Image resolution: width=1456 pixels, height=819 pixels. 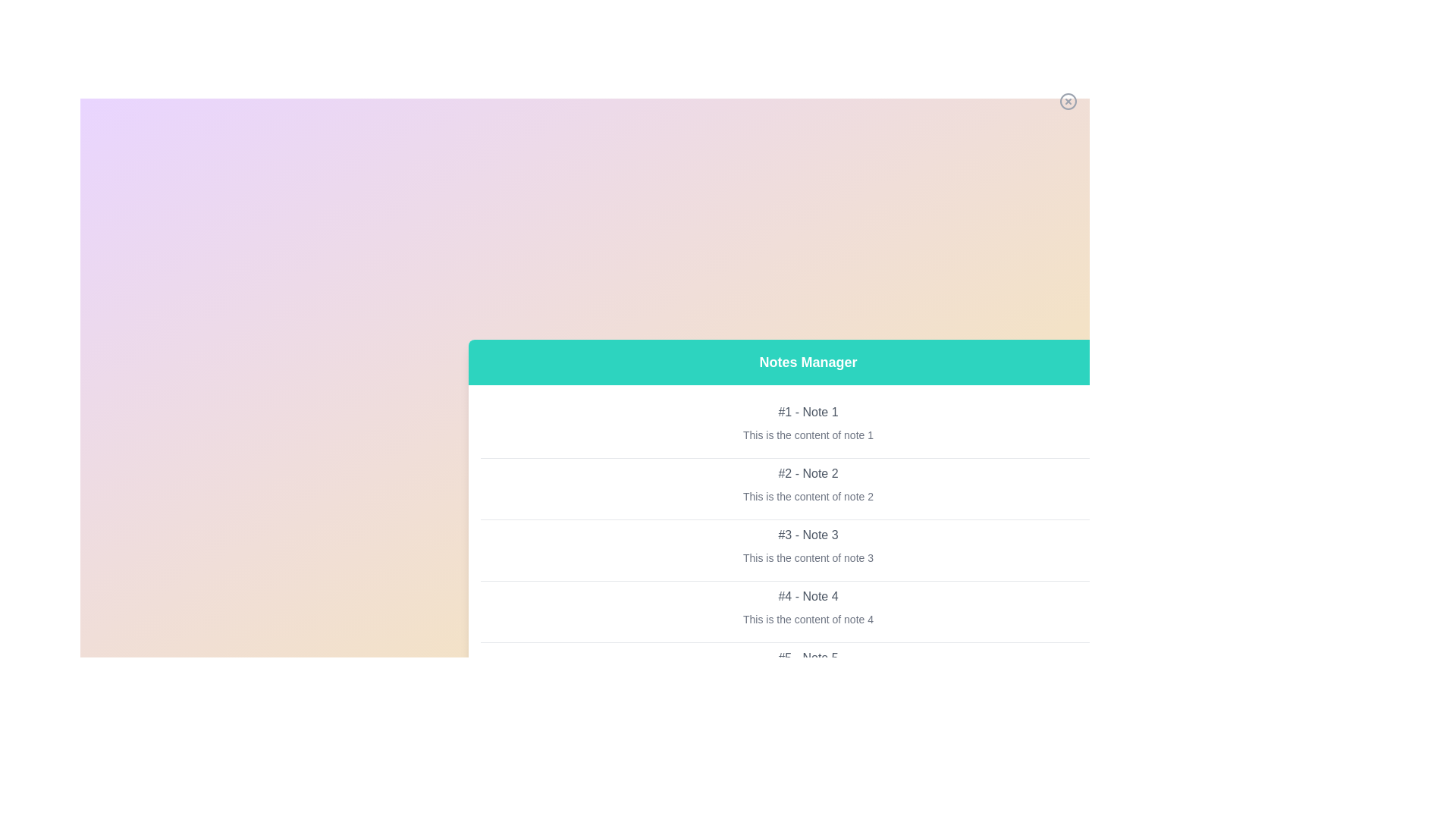 I want to click on close button in the top-right corner of the dialog, so click(x=1068, y=102).